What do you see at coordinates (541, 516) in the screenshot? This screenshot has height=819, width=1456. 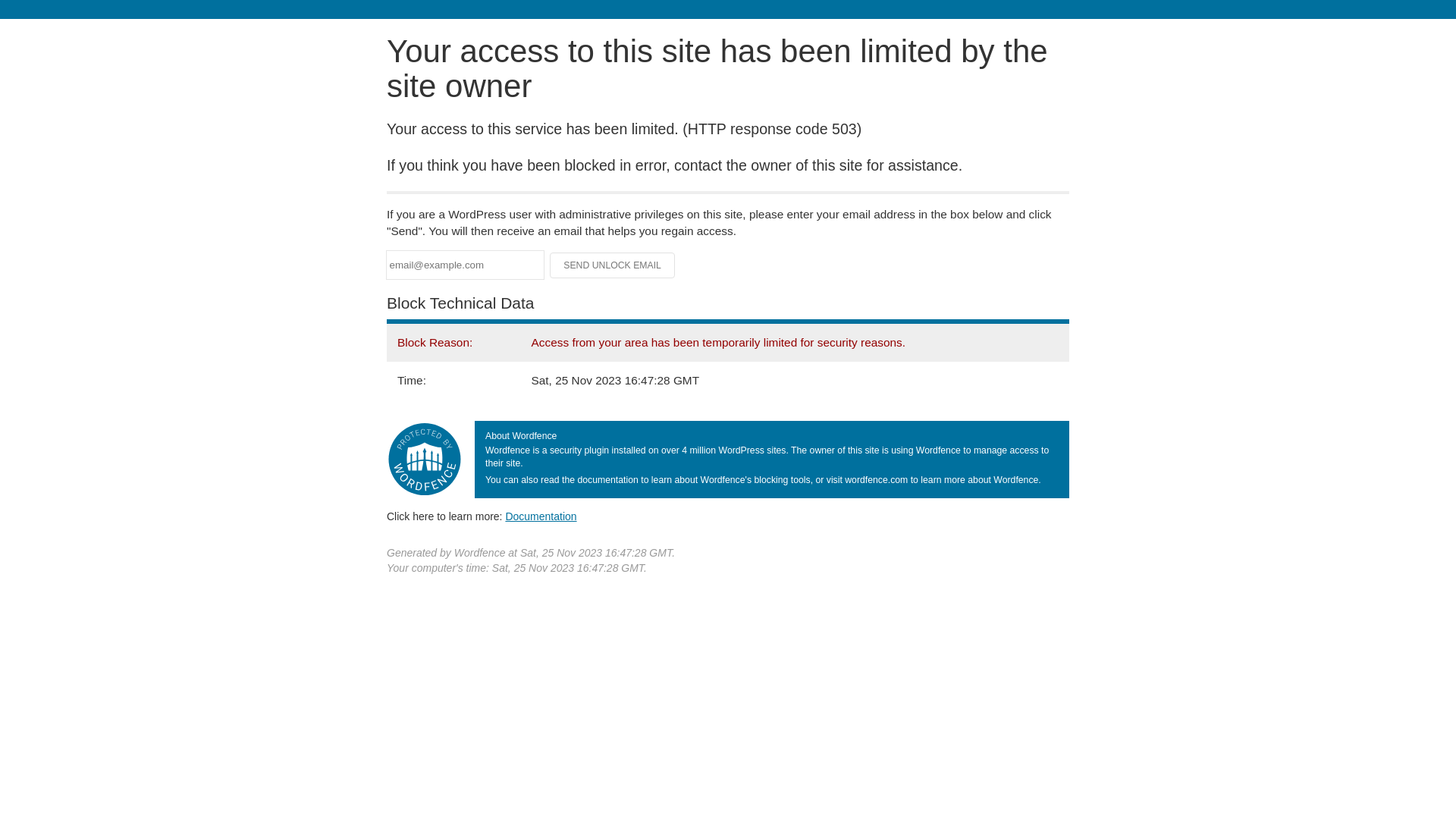 I see `'Documentation'` at bounding box center [541, 516].